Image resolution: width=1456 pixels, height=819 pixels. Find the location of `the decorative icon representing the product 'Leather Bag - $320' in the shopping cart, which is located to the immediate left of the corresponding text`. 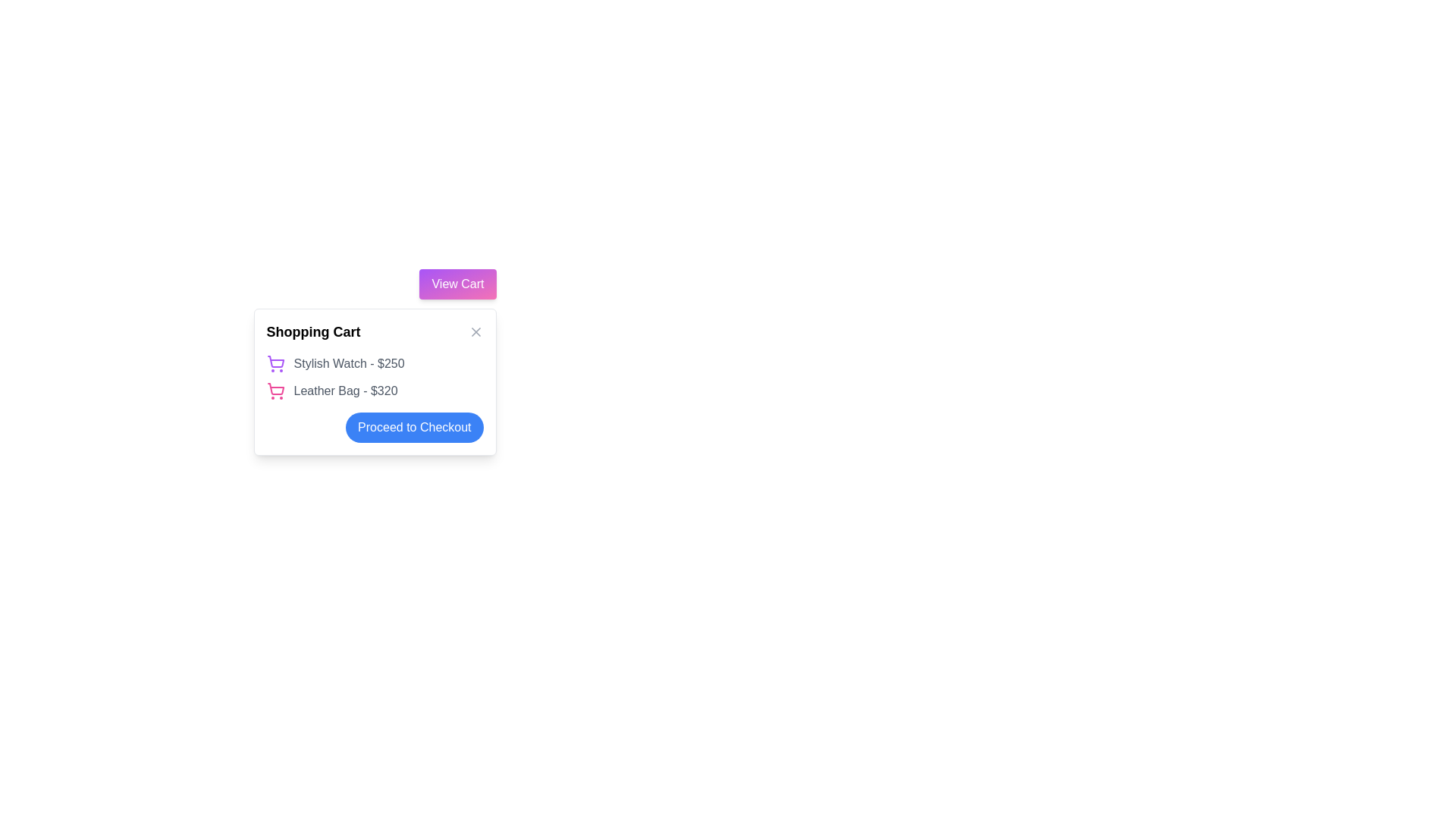

the decorative icon representing the product 'Leather Bag - $320' in the shopping cart, which is located to the immediate left of the corresponding text is located at coordinates (275, 391).